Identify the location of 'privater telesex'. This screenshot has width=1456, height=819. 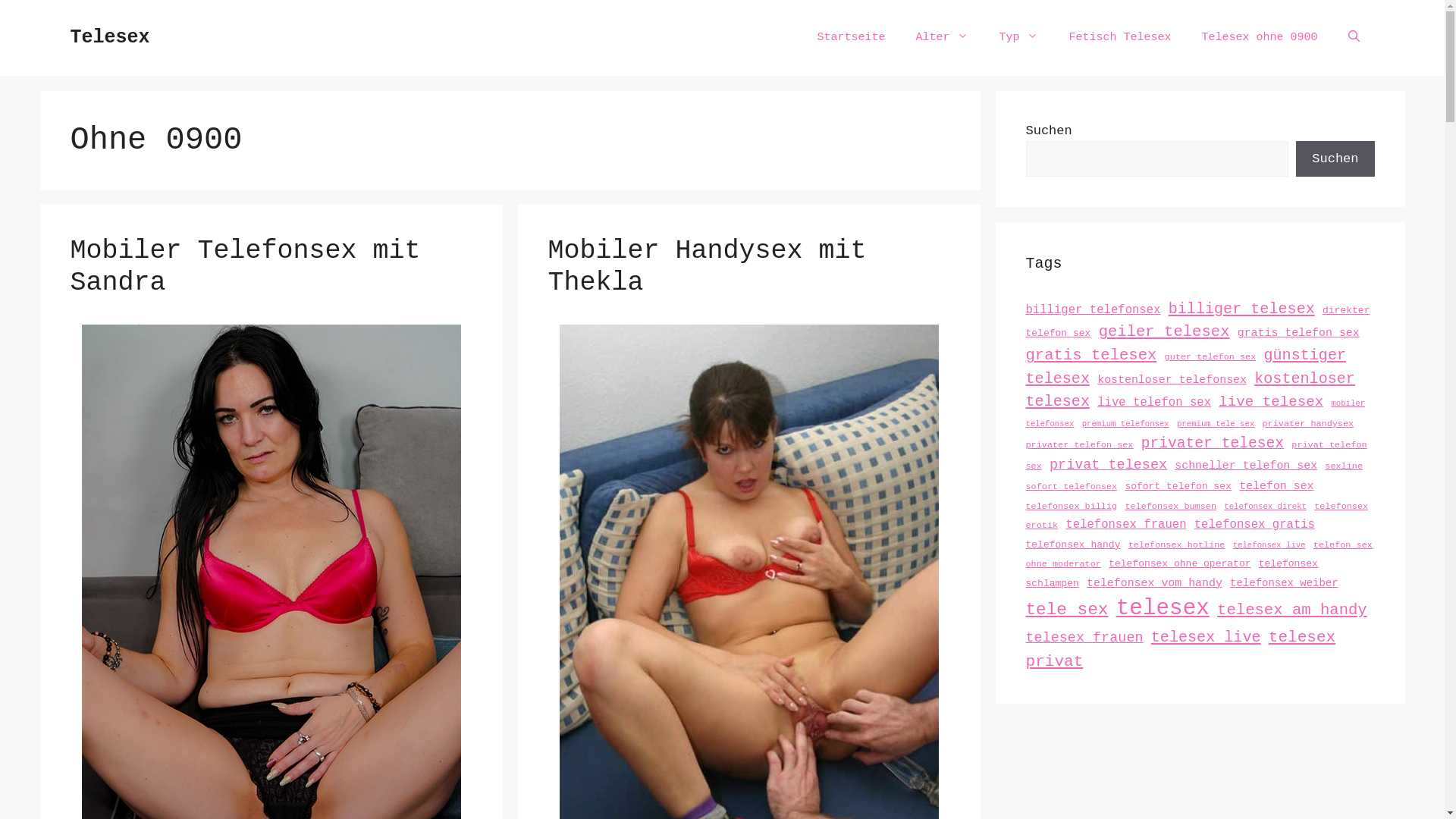
(1211, 444).